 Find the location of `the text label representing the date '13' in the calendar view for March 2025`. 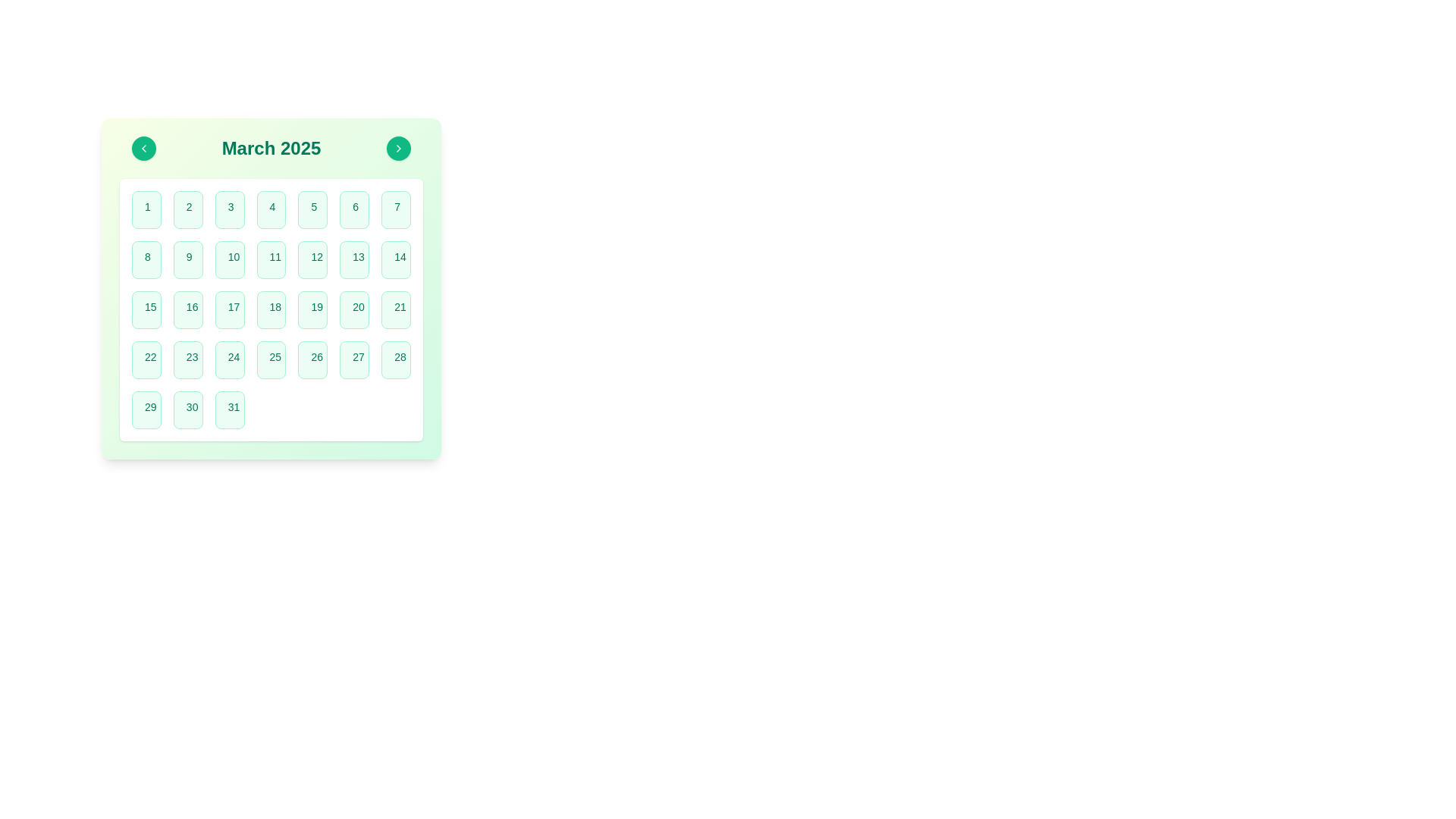

the text label representing the date '13' in the calendar view for March 2025 is located at coordinates (358, 256).